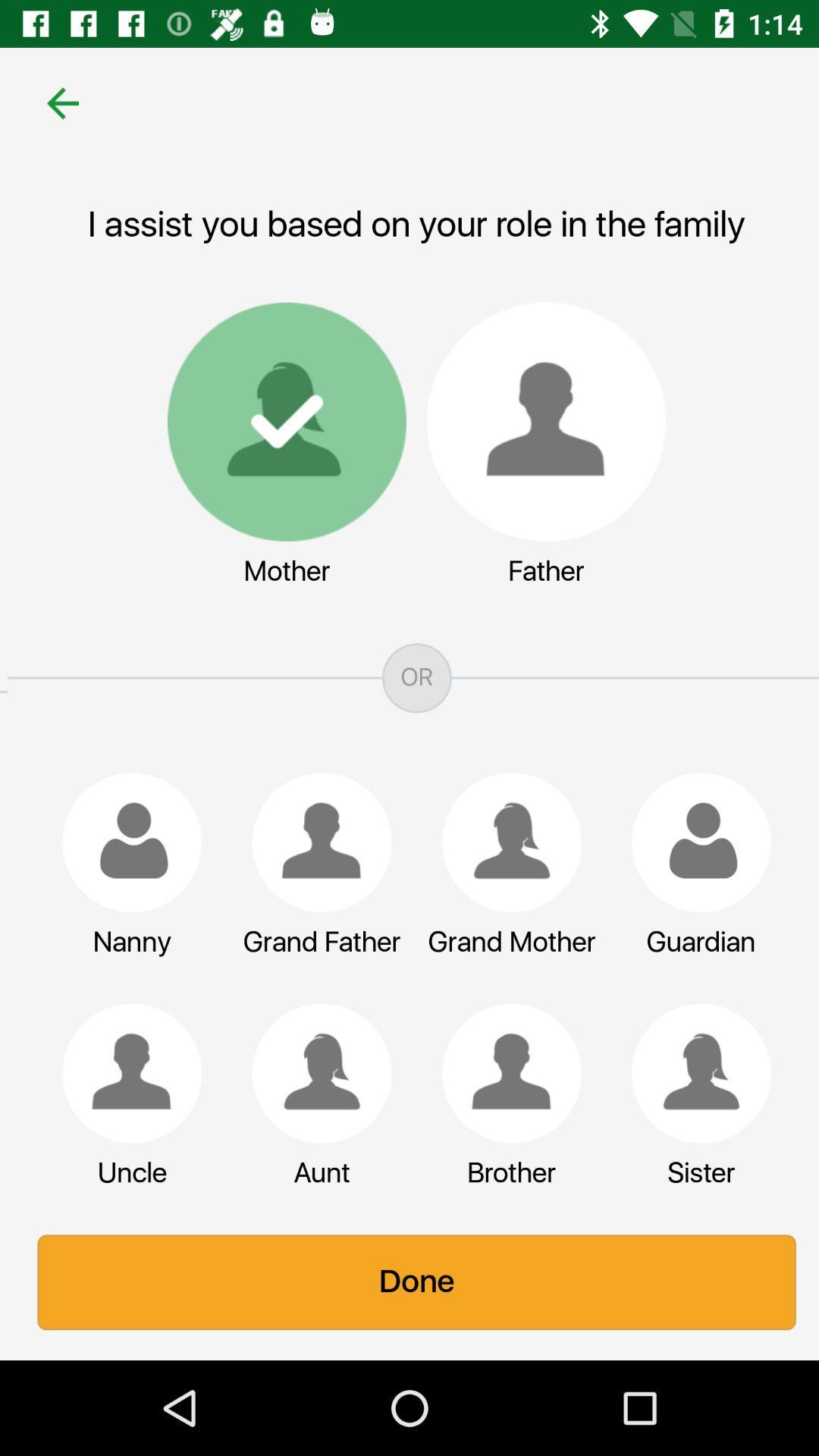 The image size is (819, 1456). What do you see at coordinates (124, 1072) in the screenshot?
I see `the item below nanny icon` at bounding box center [124, 1072].